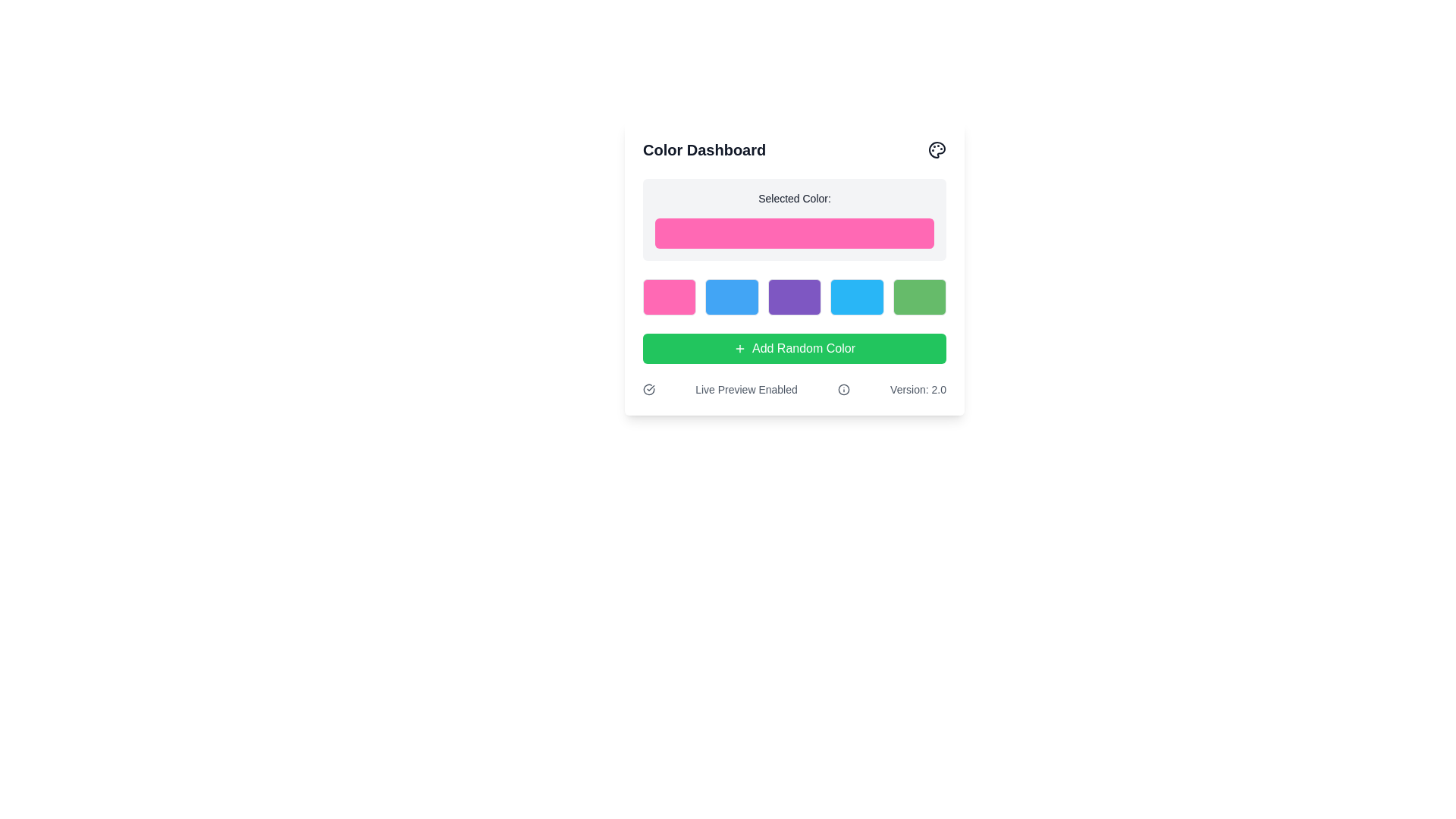  What do you see at coordinates (793, 219) in the screenshot?
I see `the pink rectangle` at bounding box center [793, 219].